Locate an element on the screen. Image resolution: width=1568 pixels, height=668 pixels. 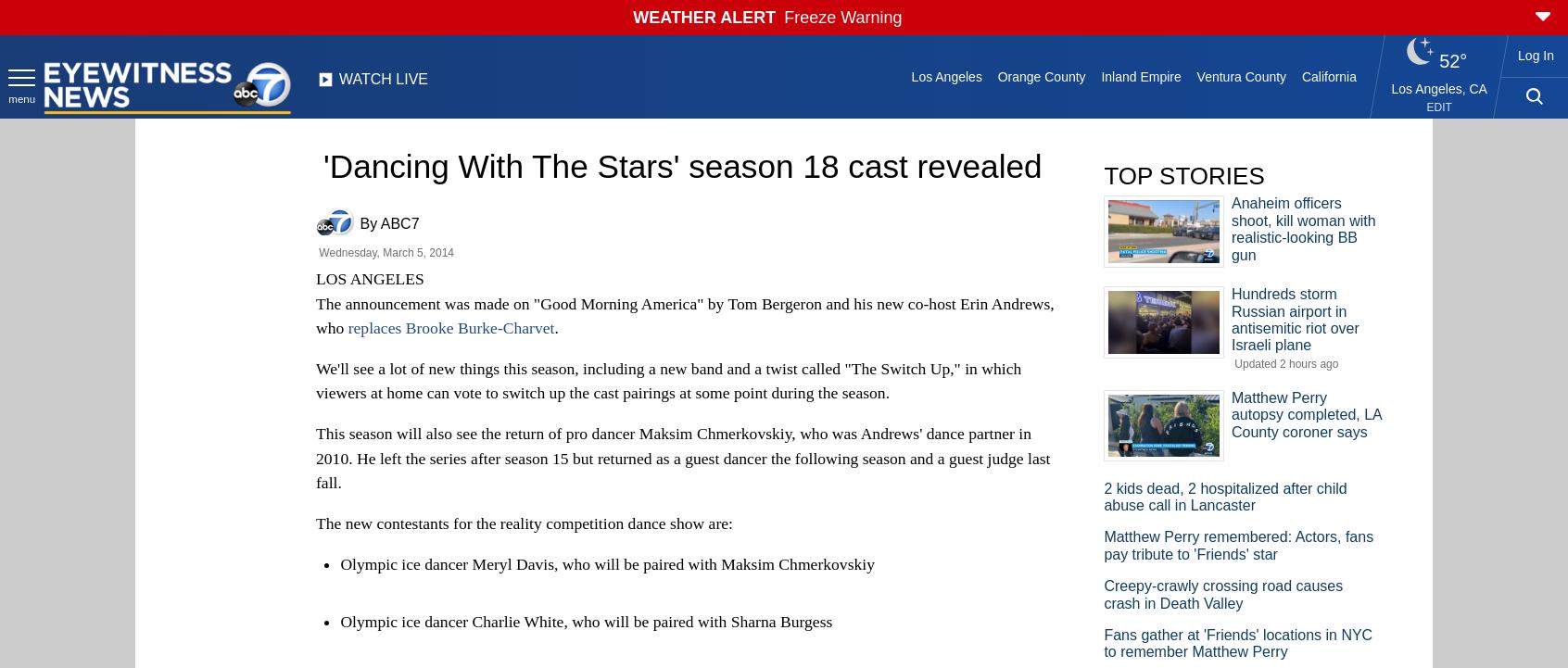
'EDIT' is located at coordinates (1437, 107).